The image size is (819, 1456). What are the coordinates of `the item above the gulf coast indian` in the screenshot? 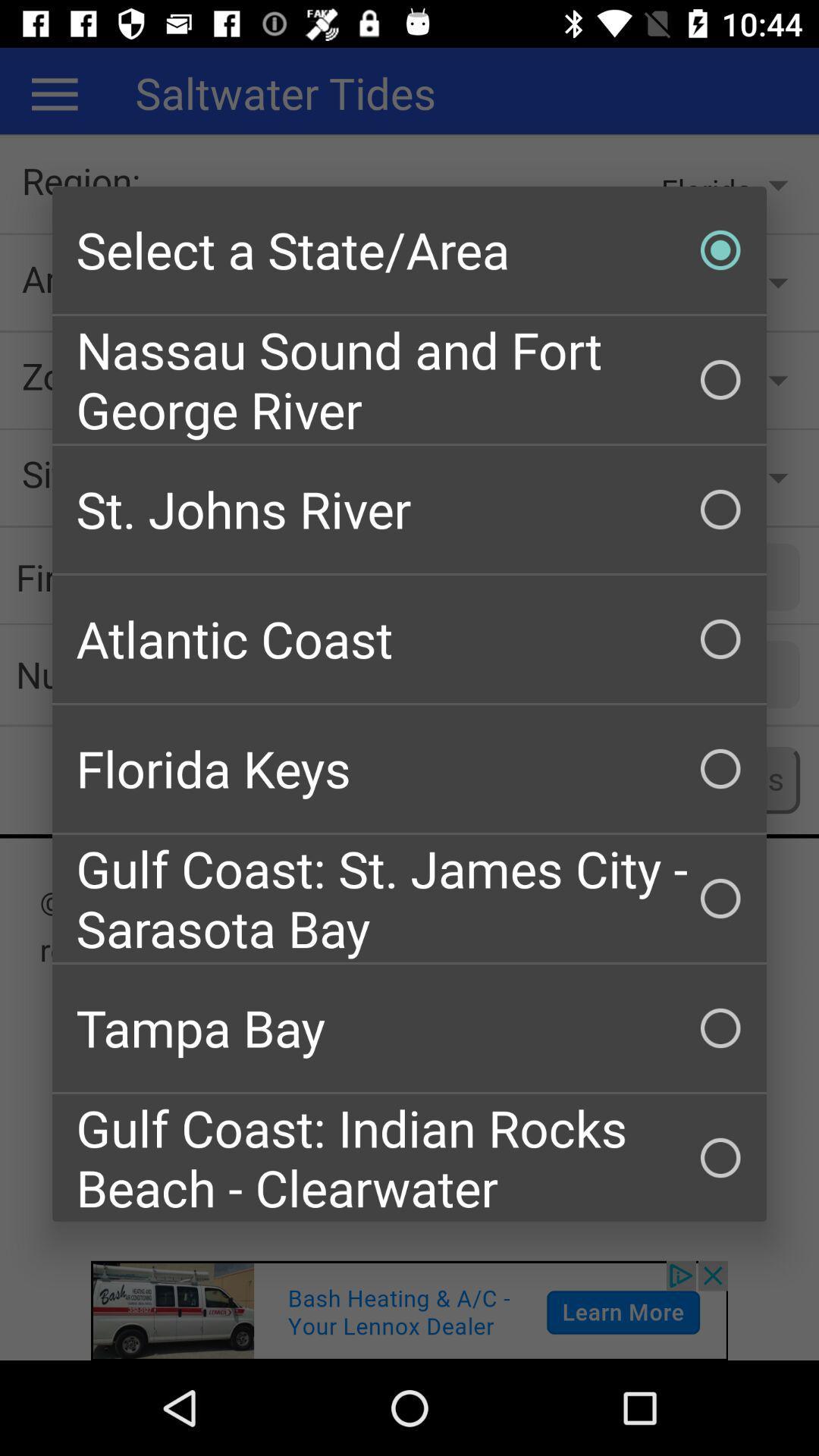 It's located at (409, 1028).